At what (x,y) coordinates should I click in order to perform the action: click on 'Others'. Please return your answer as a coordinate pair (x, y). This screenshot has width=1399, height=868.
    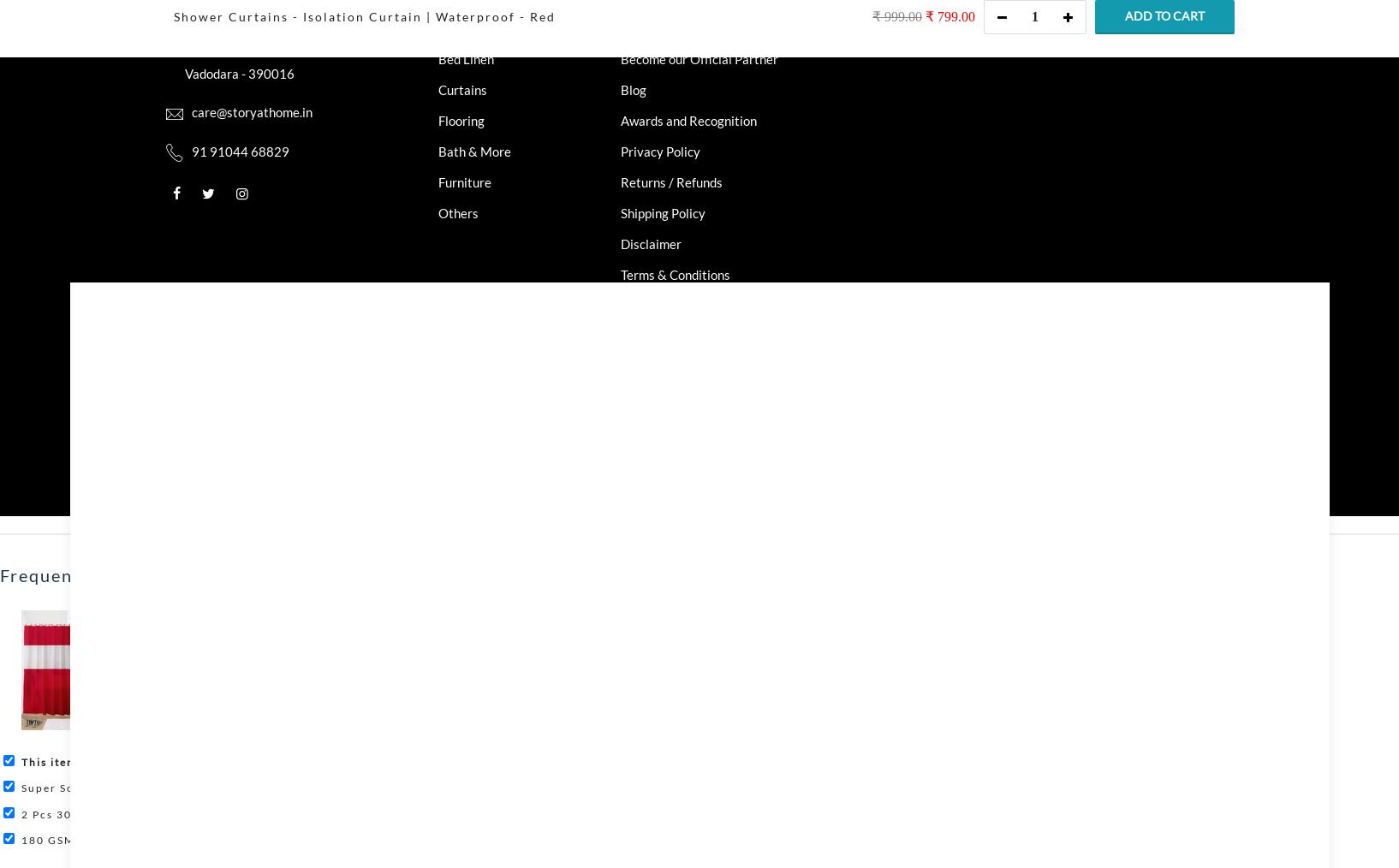
    Looking at the image, I should click on (457, 211).